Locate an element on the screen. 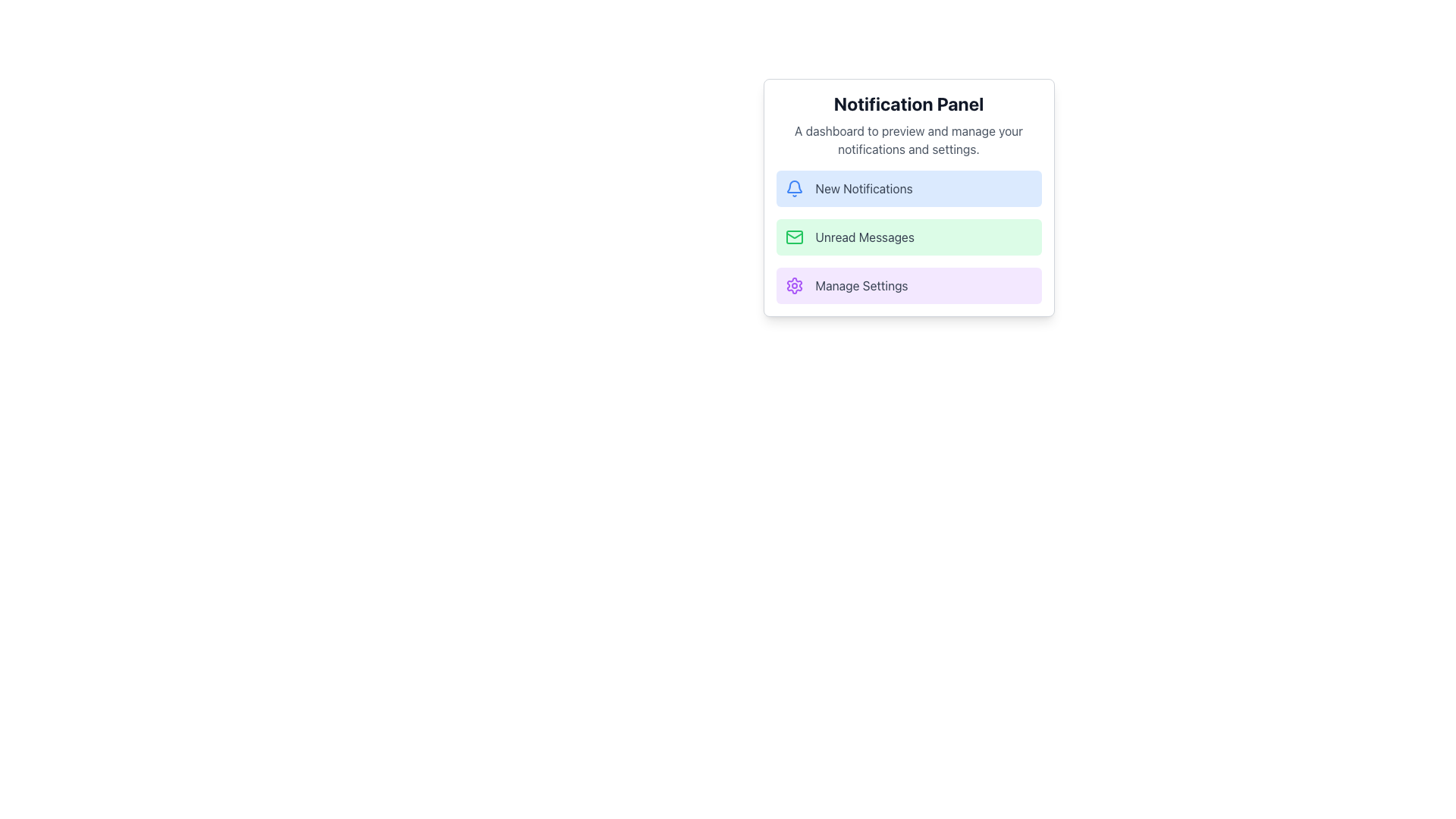  the text label indicating the availability of unread messages located in the second option of the vertical menu, between 'New Notifications' and 'Manage Settings' is located at coordinates (864, 237).